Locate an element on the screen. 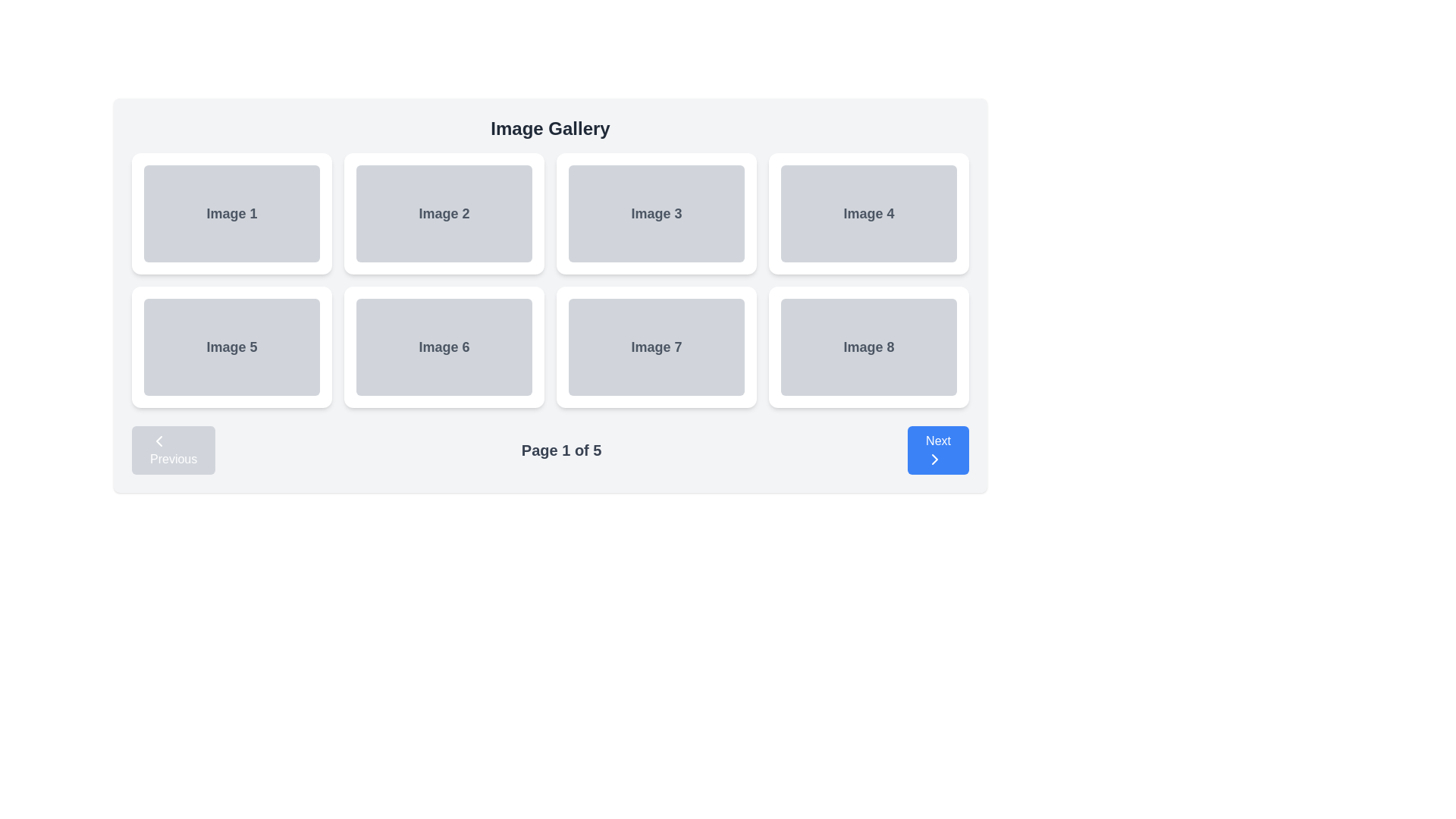 The image size is (1456, 819). the placeholder element representing 'Image 8' in the gallery, located in the last column of the second row of a grid layout is located at coordinates (869, 347).